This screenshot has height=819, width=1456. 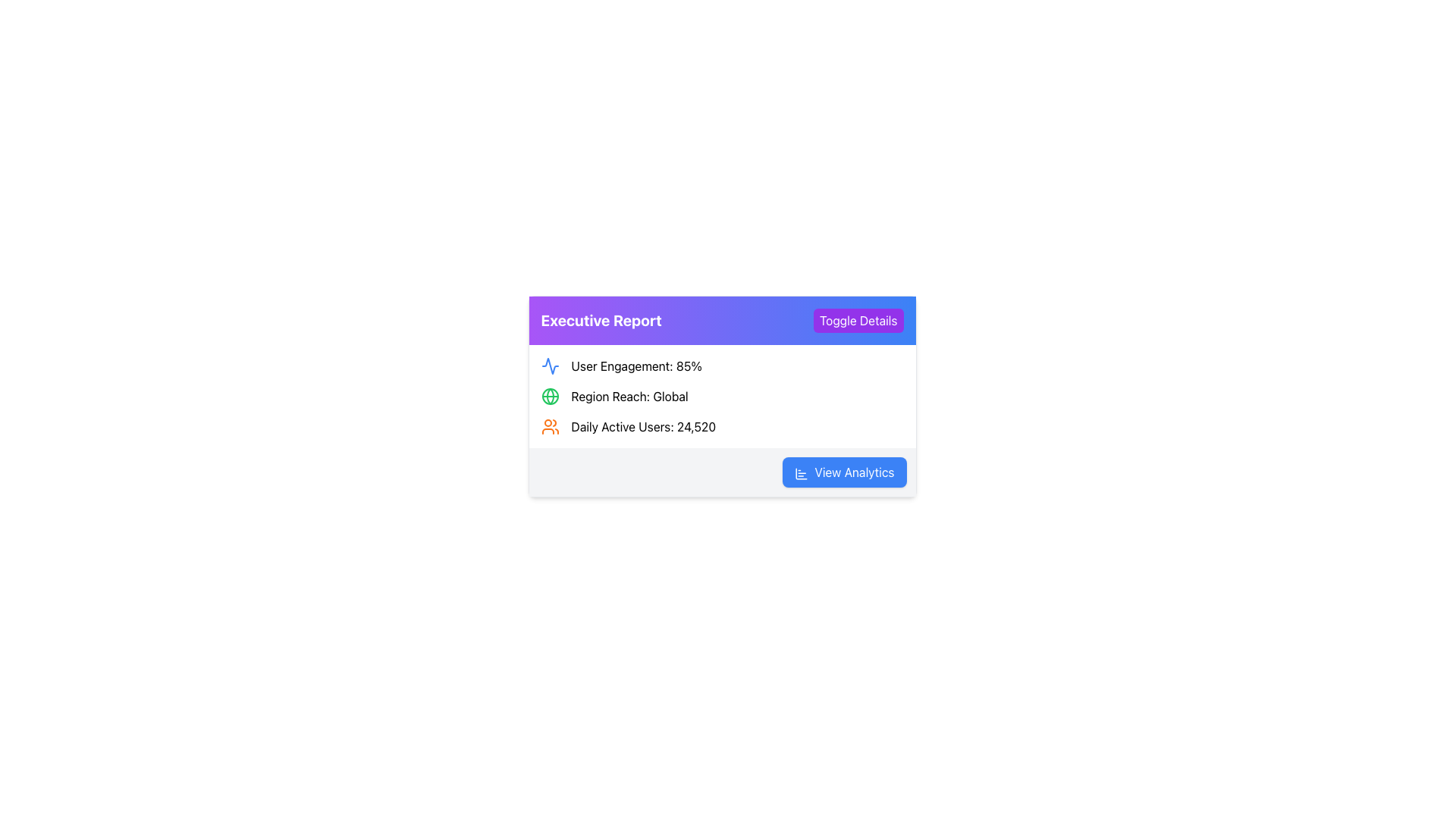 What do you see at coordinates (549, 366) in the screenshot?
I see `the blue activity or heartbeat graph icon located next to 'User Engagement: 85%' in the 'Executive Report' section` at bounding box center [549, 366].